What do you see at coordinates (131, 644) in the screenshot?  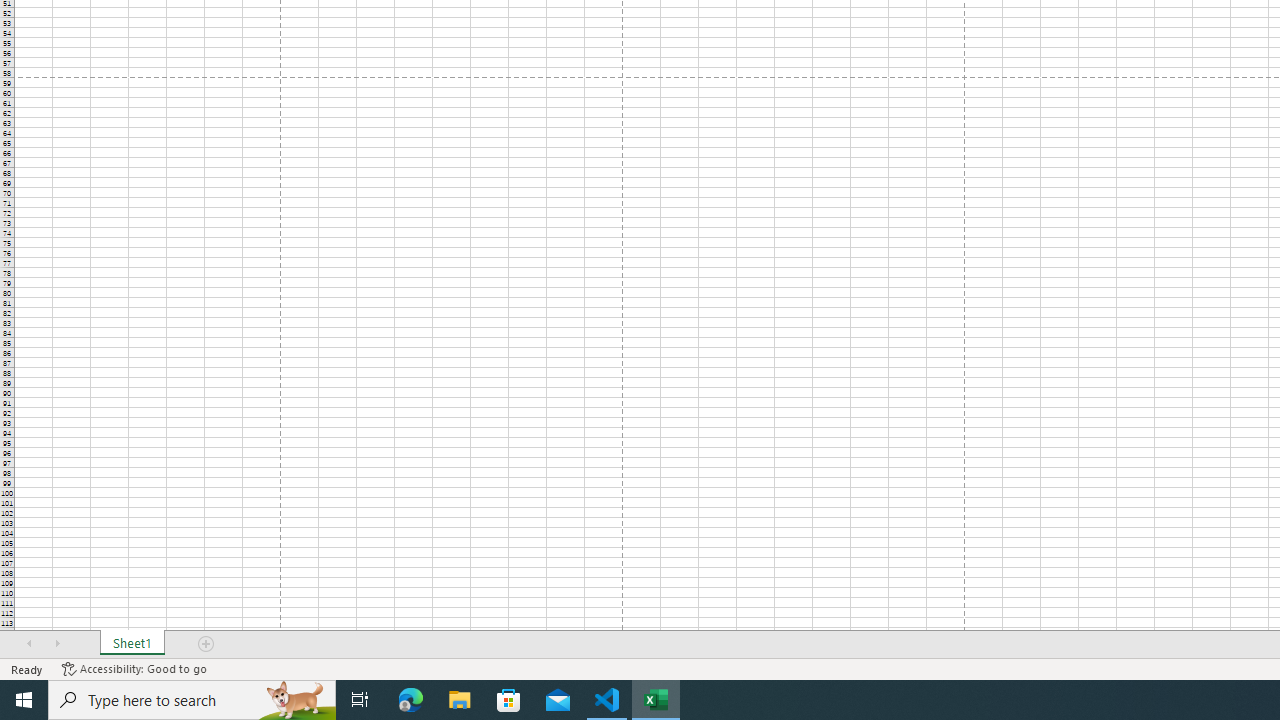 I see `'Sheet1'` at bounding box center [131, 644].